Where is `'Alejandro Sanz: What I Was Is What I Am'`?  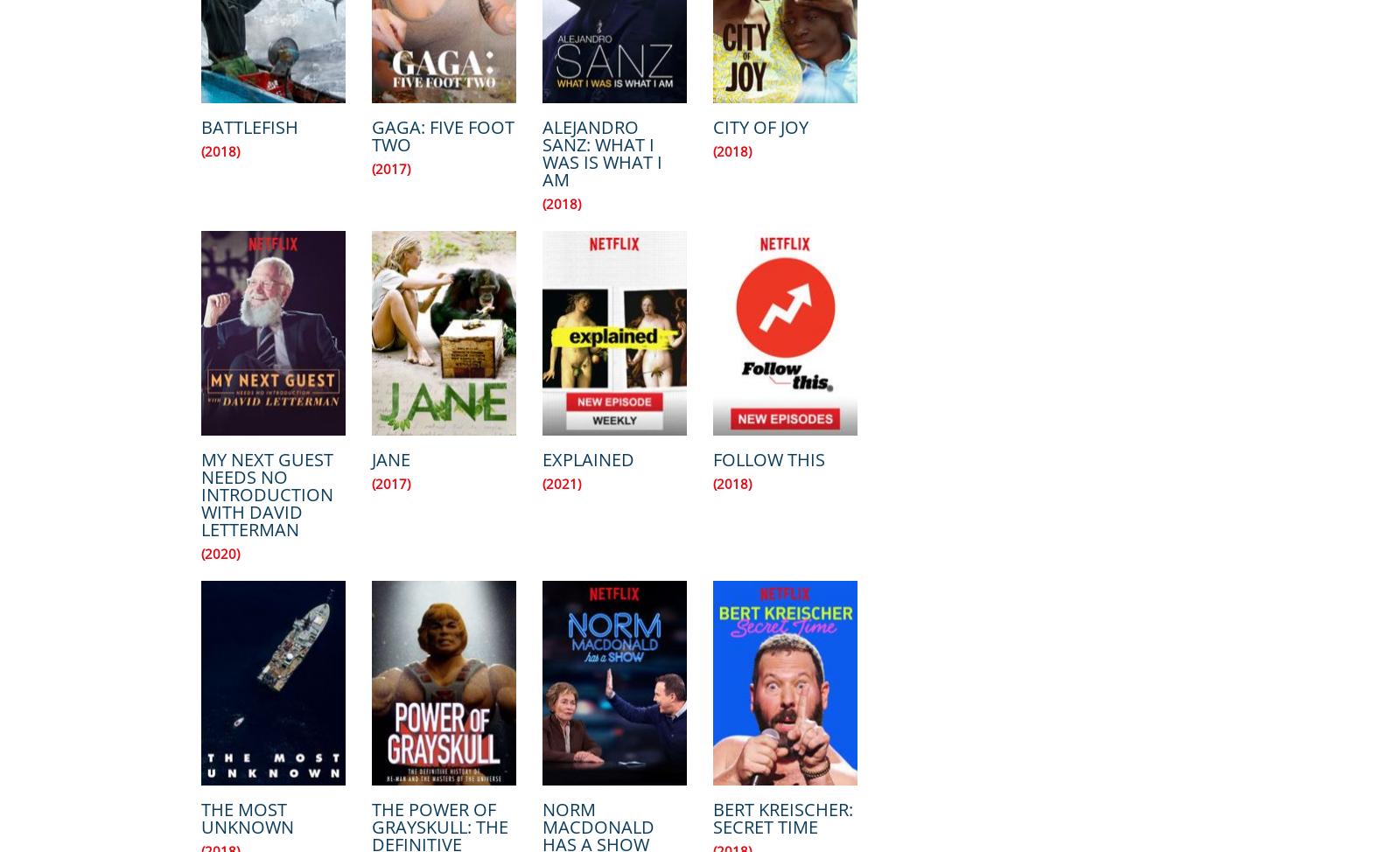
'Alejandro Sanz: What I Was Is What I Am' is located at coordinates (602, 153).